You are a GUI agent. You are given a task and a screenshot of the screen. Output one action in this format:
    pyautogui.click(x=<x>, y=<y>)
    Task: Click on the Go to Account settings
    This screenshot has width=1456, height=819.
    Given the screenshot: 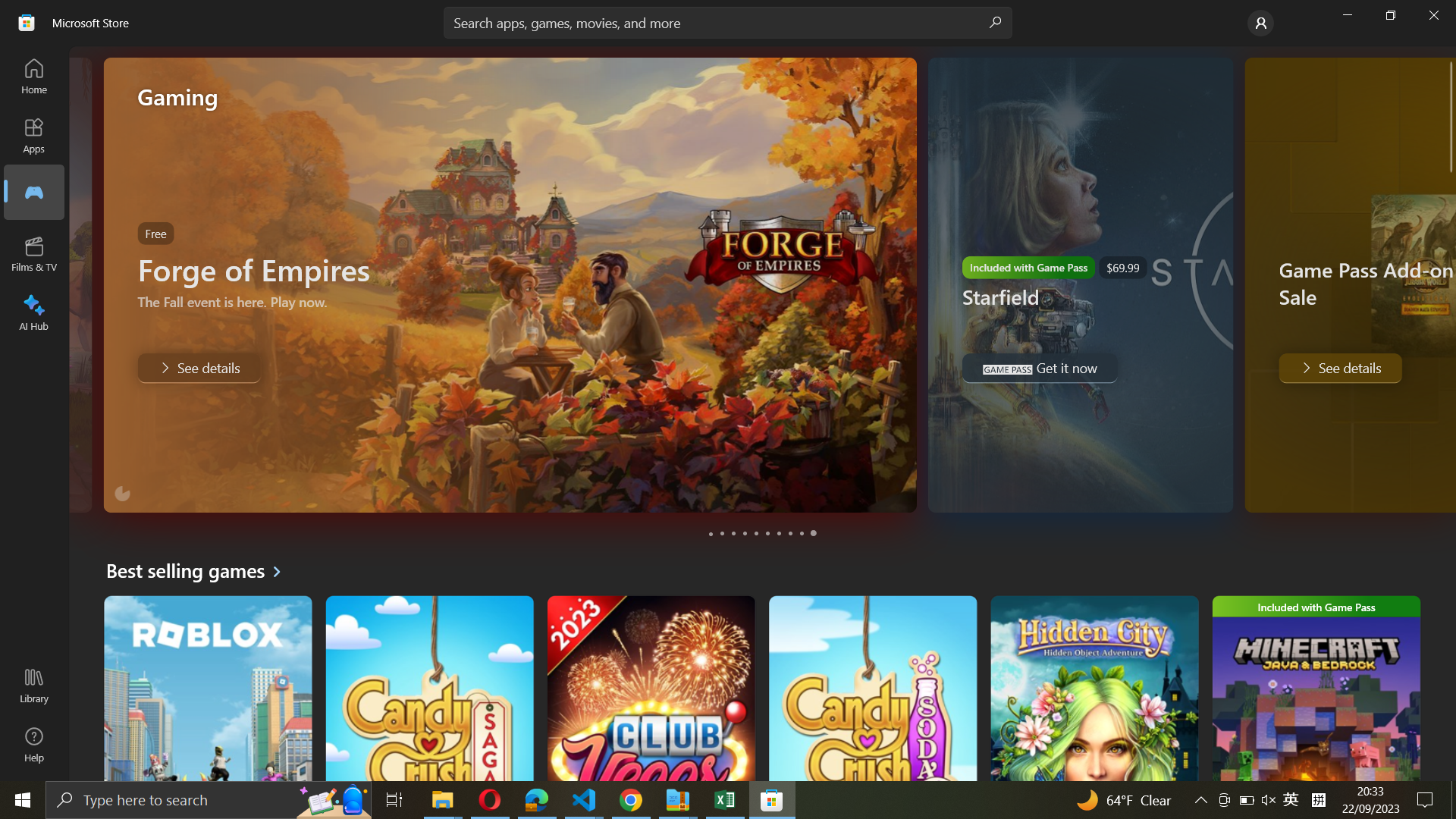 What is the action you would take?
    pyautogui.click(x=1259, y=23)
    